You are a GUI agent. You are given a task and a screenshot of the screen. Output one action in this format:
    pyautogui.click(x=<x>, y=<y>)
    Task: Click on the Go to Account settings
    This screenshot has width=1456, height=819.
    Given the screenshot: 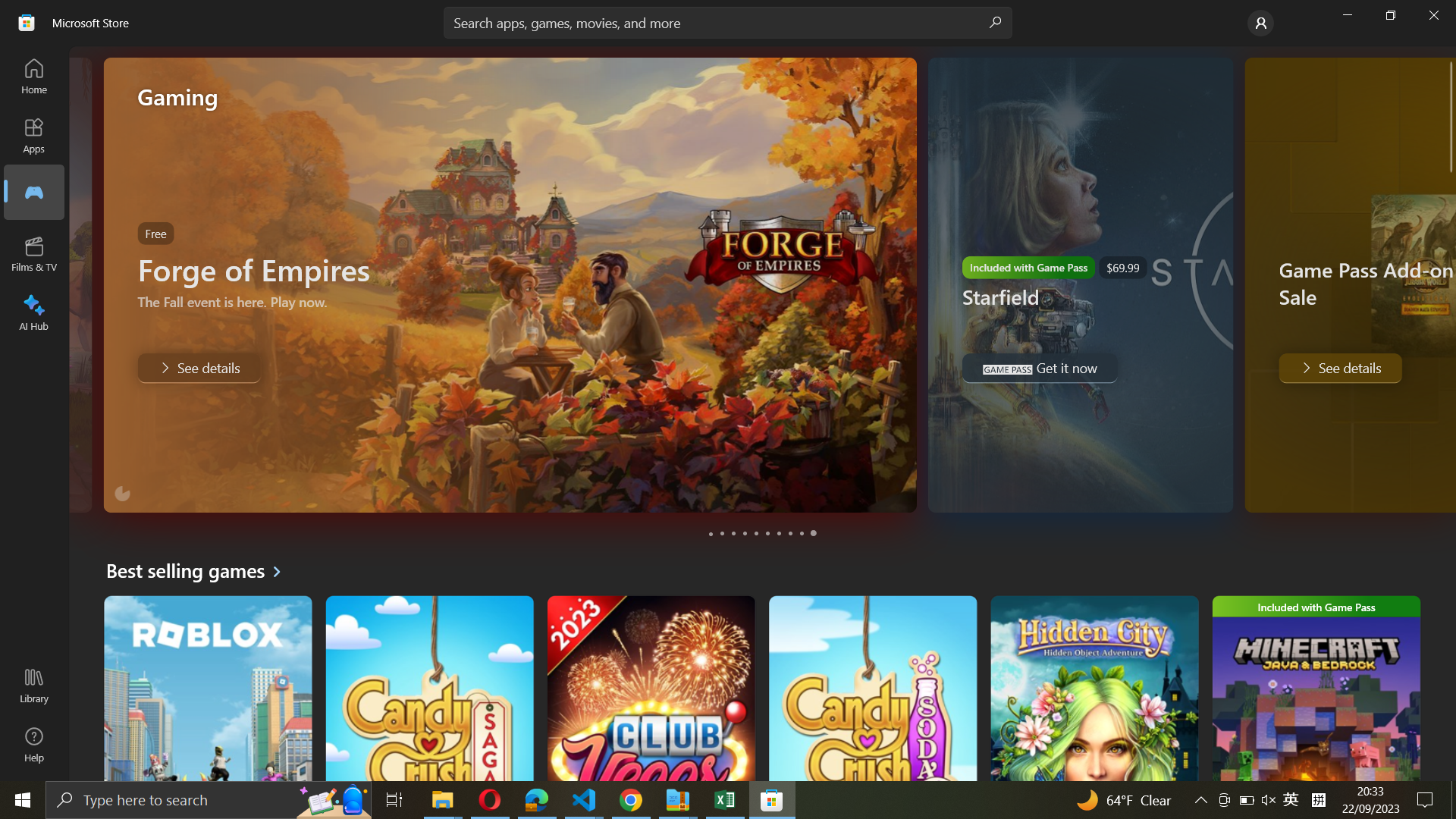 What is the action you would take?
    pyautogui.click(x=1259, y=23)
    